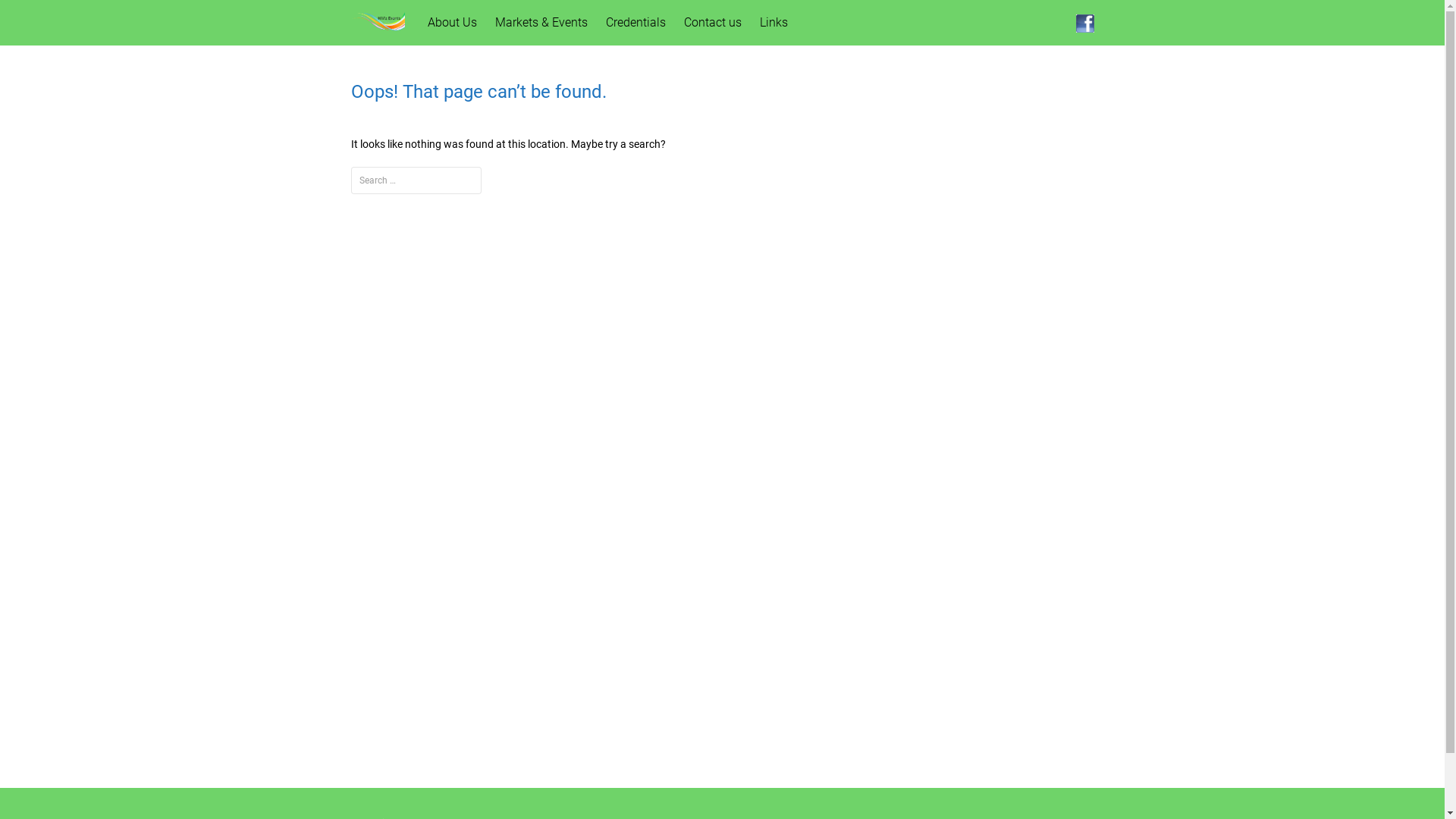 Image resolution: width=1456 pixels, height=819 pixels. Describe the element at coordinates (635, 23) in the screenshot. I see `'Credentials'` at that location.